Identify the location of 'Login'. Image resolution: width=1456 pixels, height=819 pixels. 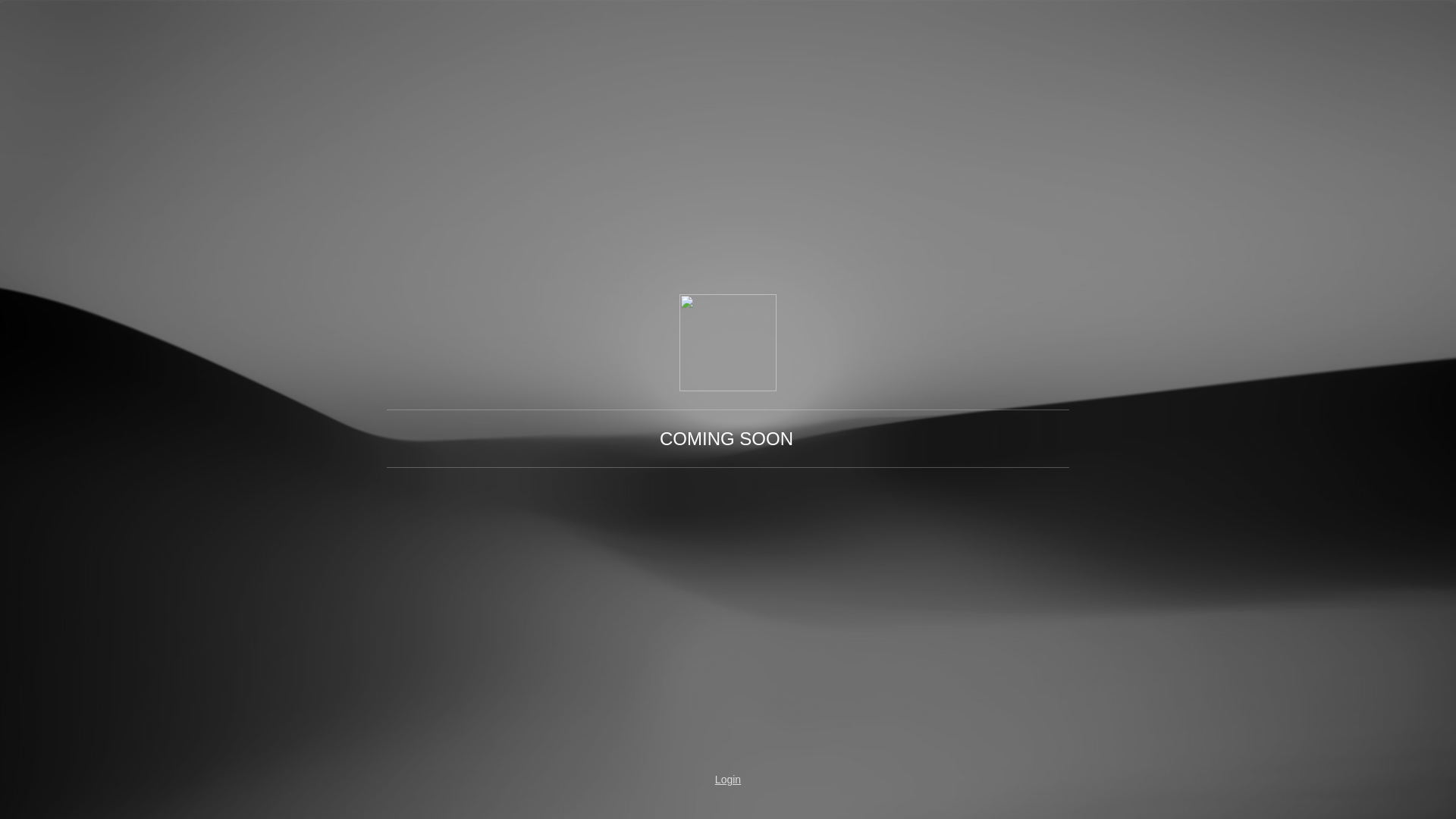
(728, 780).